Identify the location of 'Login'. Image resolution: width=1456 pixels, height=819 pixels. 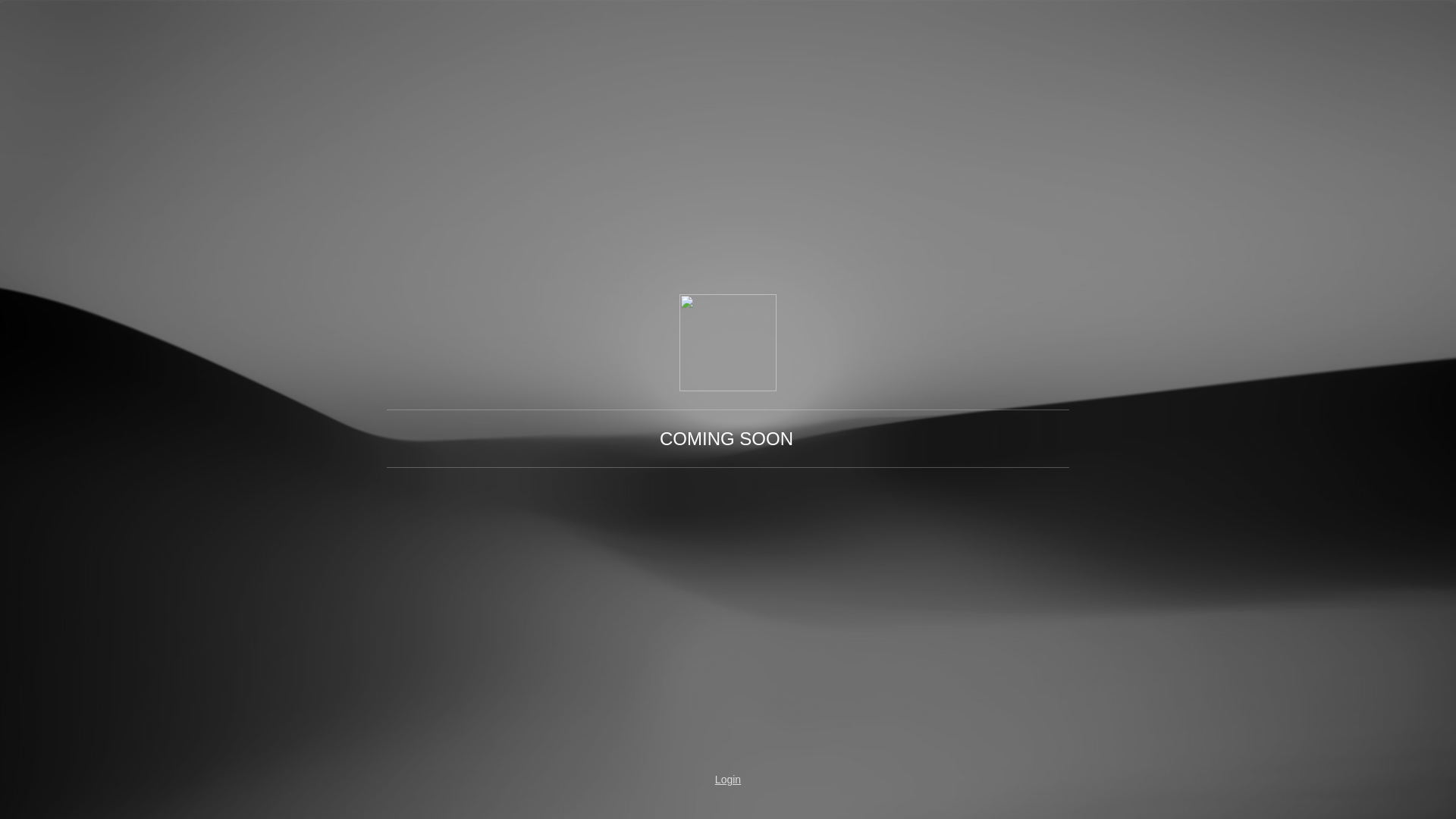
(728, 780).